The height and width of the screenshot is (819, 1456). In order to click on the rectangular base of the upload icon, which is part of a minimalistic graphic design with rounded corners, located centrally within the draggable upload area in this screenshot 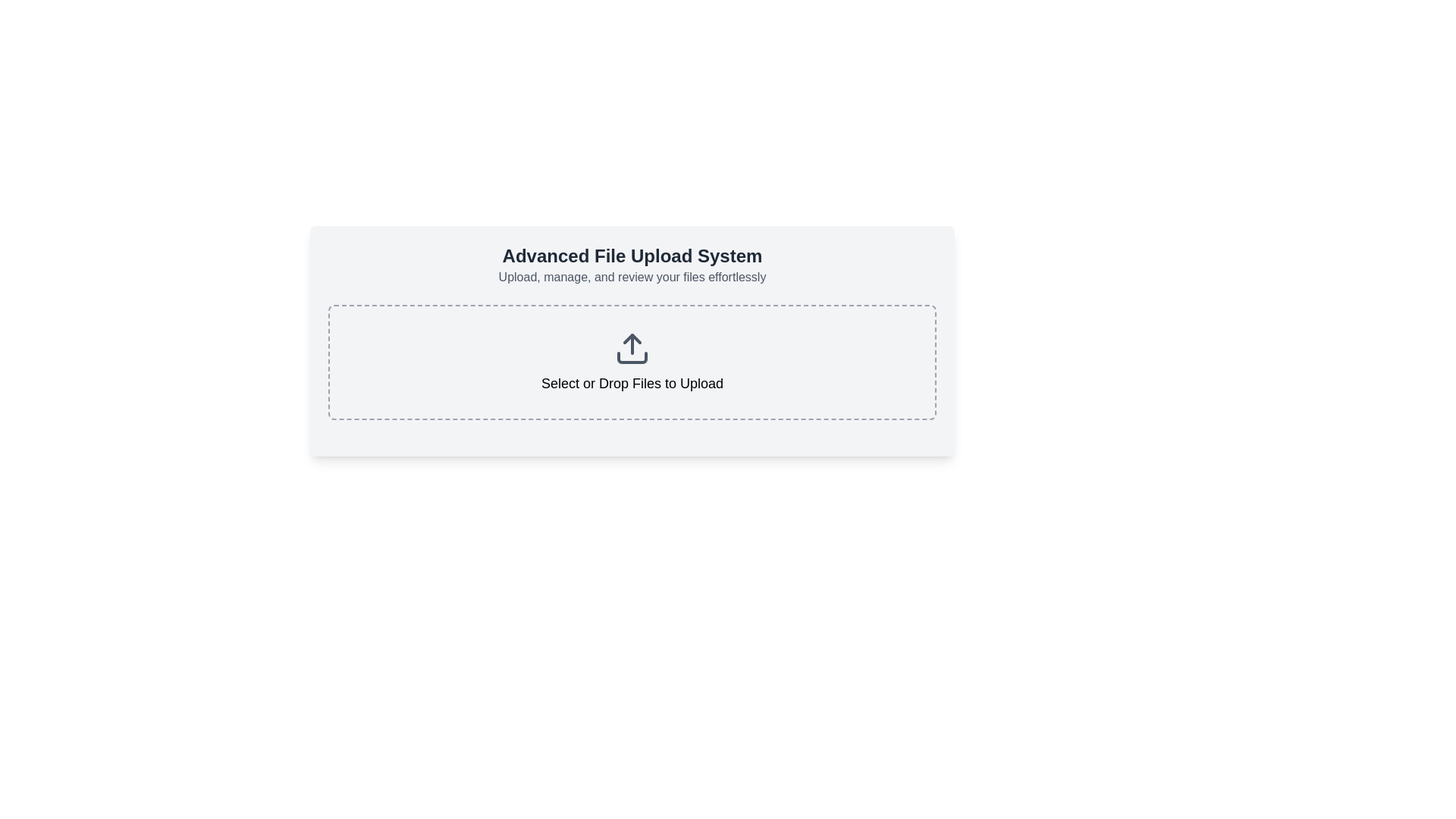, I will do `click(632, 357)`.